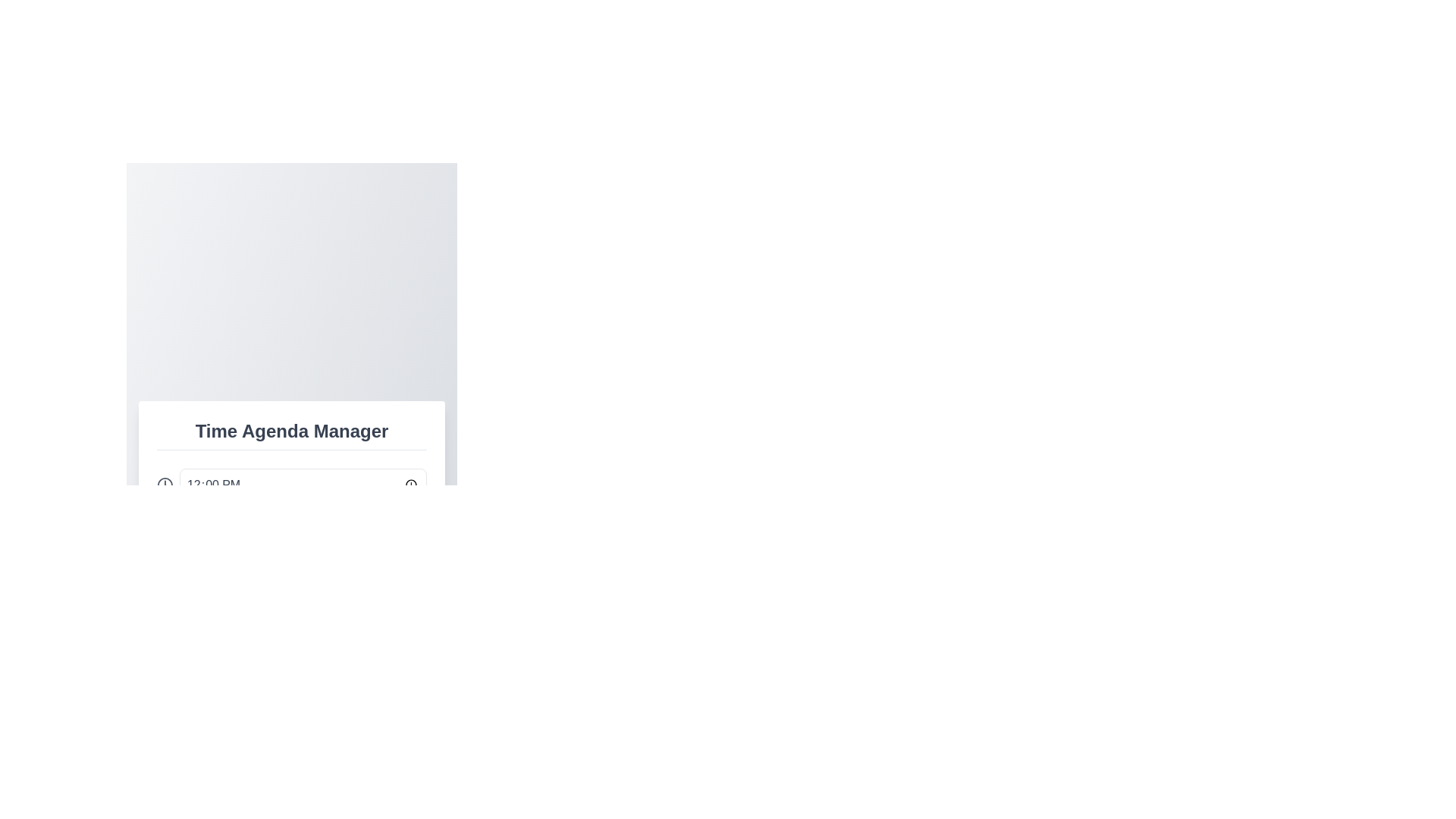 This screenshot has height=819, width=1456. Describe the element at coordinates (165, 485) in the screenshot. I see `the decorative SVG circle element that represents the center of the clock icon, which is aligned to the far right of the time value display ('12:00 PM') under the 'Time Agenda Manager' title` at that location.